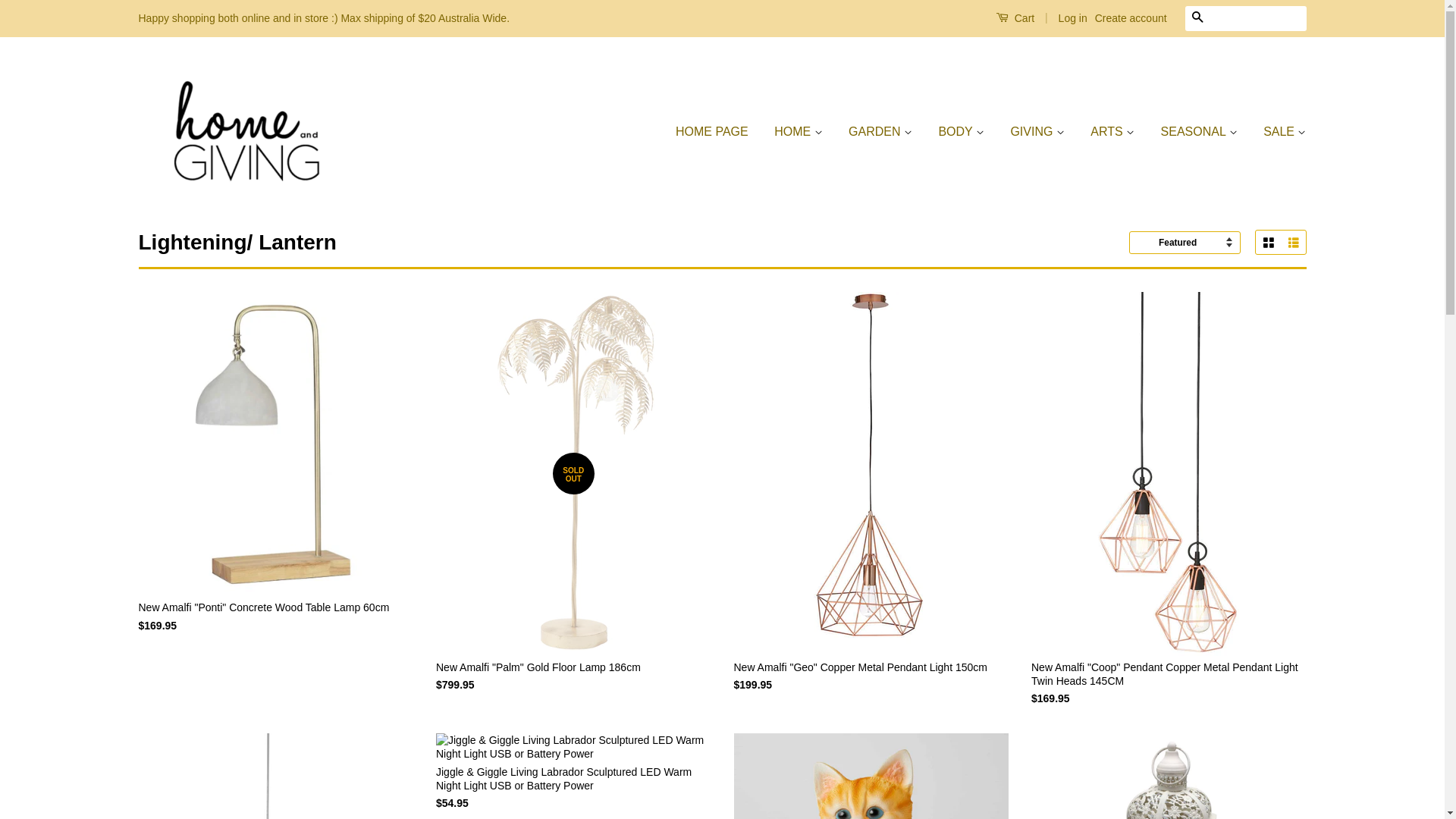 Image resolution: width=1456 pixels, height=819 pixels. What do you see at coordinates (1278, 131) in the screenshot?
I see `'SALE'` at bounding box center [1278, 131].